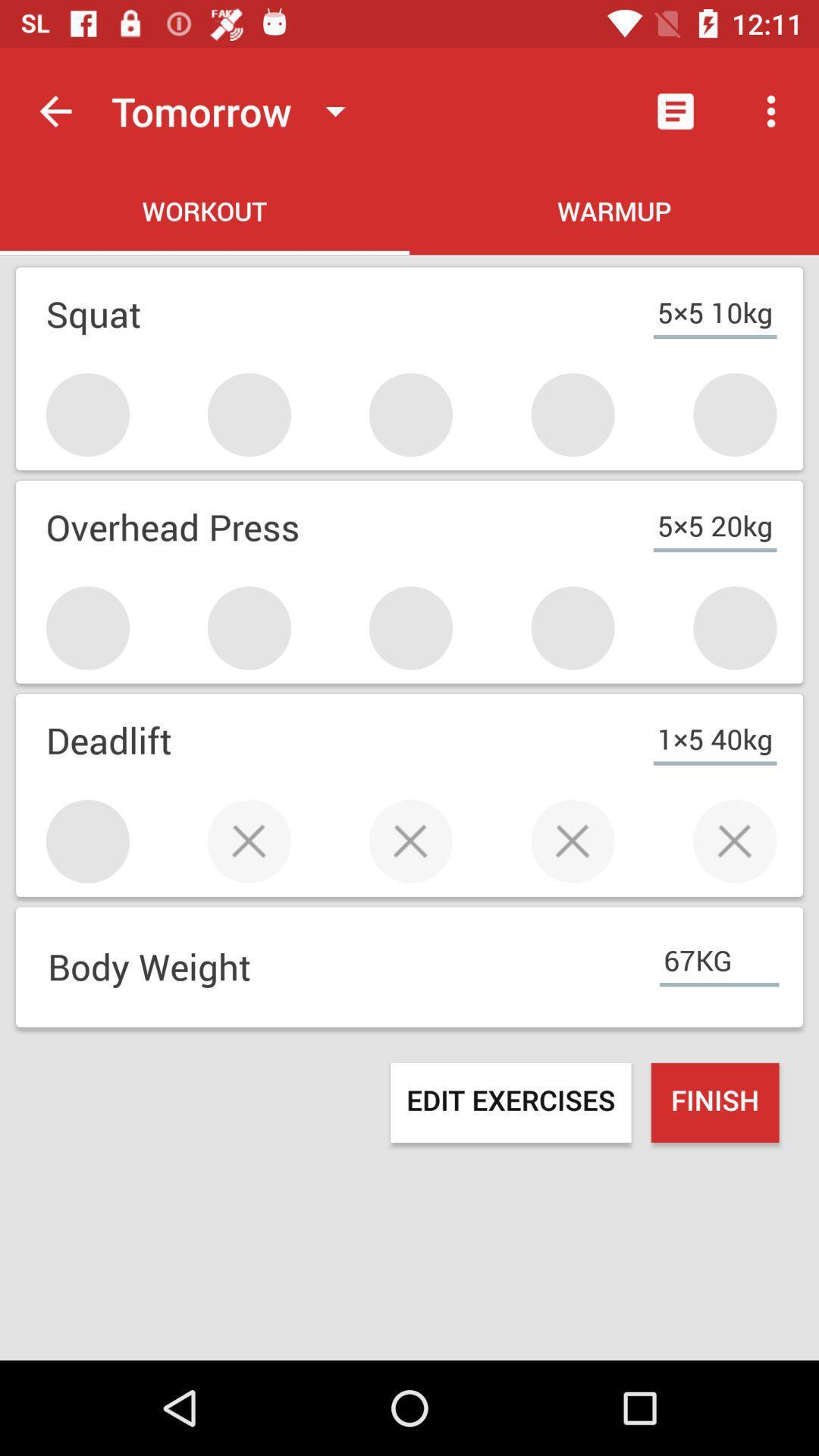  Describe the element at coordinates (235, 110) in the screenshot. I see `icon above the workout icon` at that location.